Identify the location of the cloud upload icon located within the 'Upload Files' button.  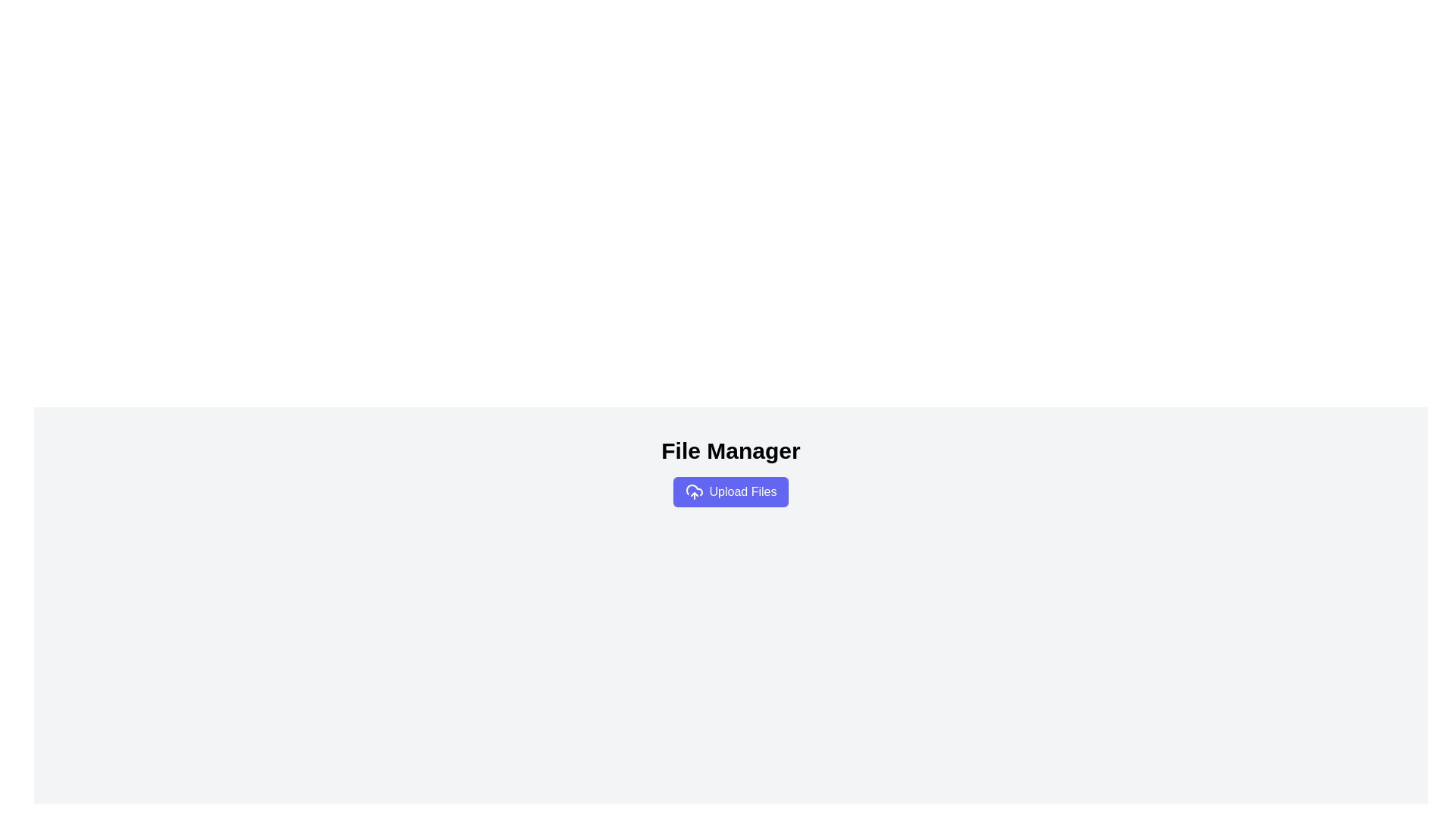
(693, 491).